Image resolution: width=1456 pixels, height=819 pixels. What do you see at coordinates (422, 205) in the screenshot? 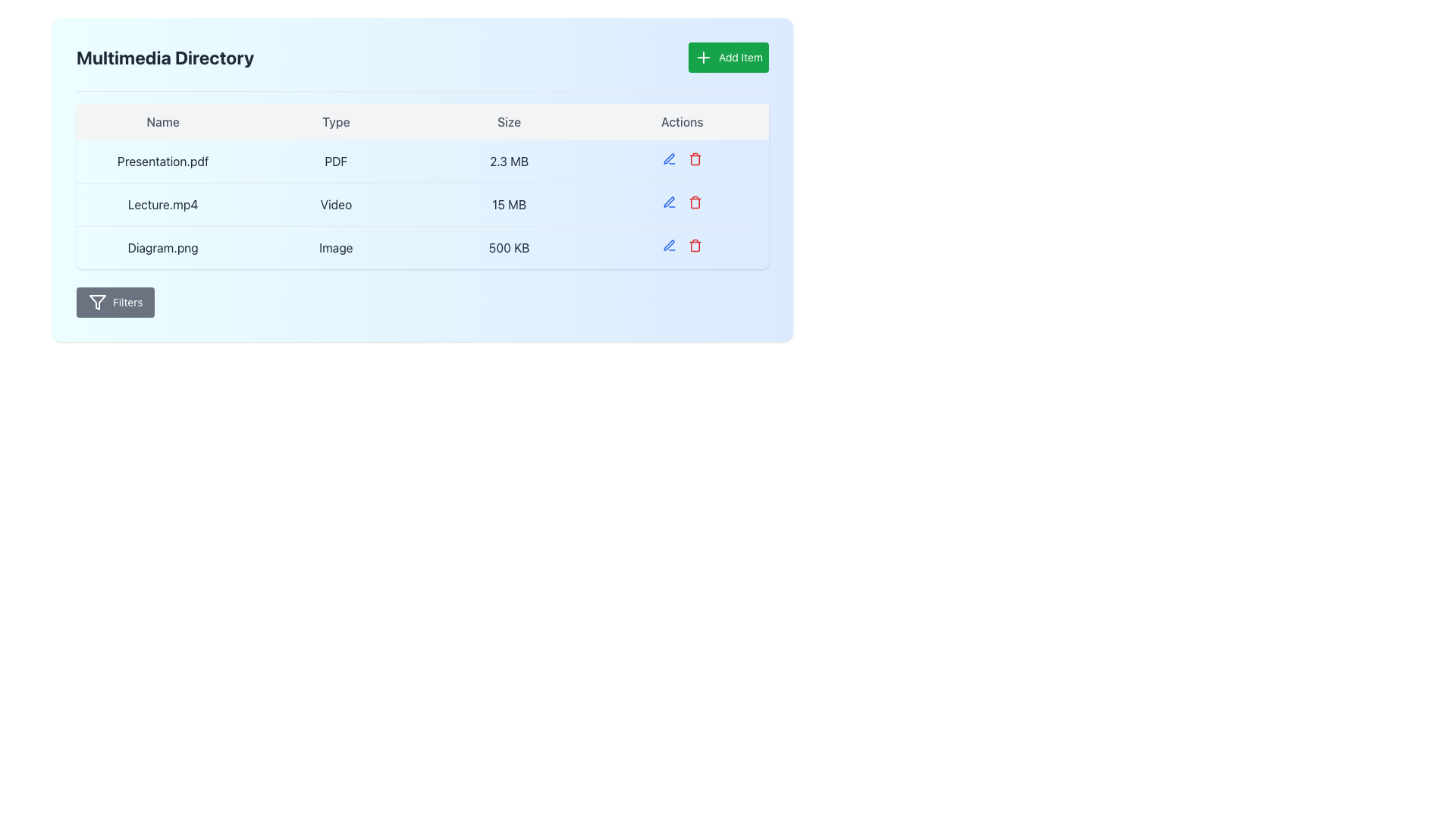
I see `the second row of the table that contains information about the file 'Lecture.mp4', which includes its type 'Video' and size '15 MB'` at bounding box center [422, 205].